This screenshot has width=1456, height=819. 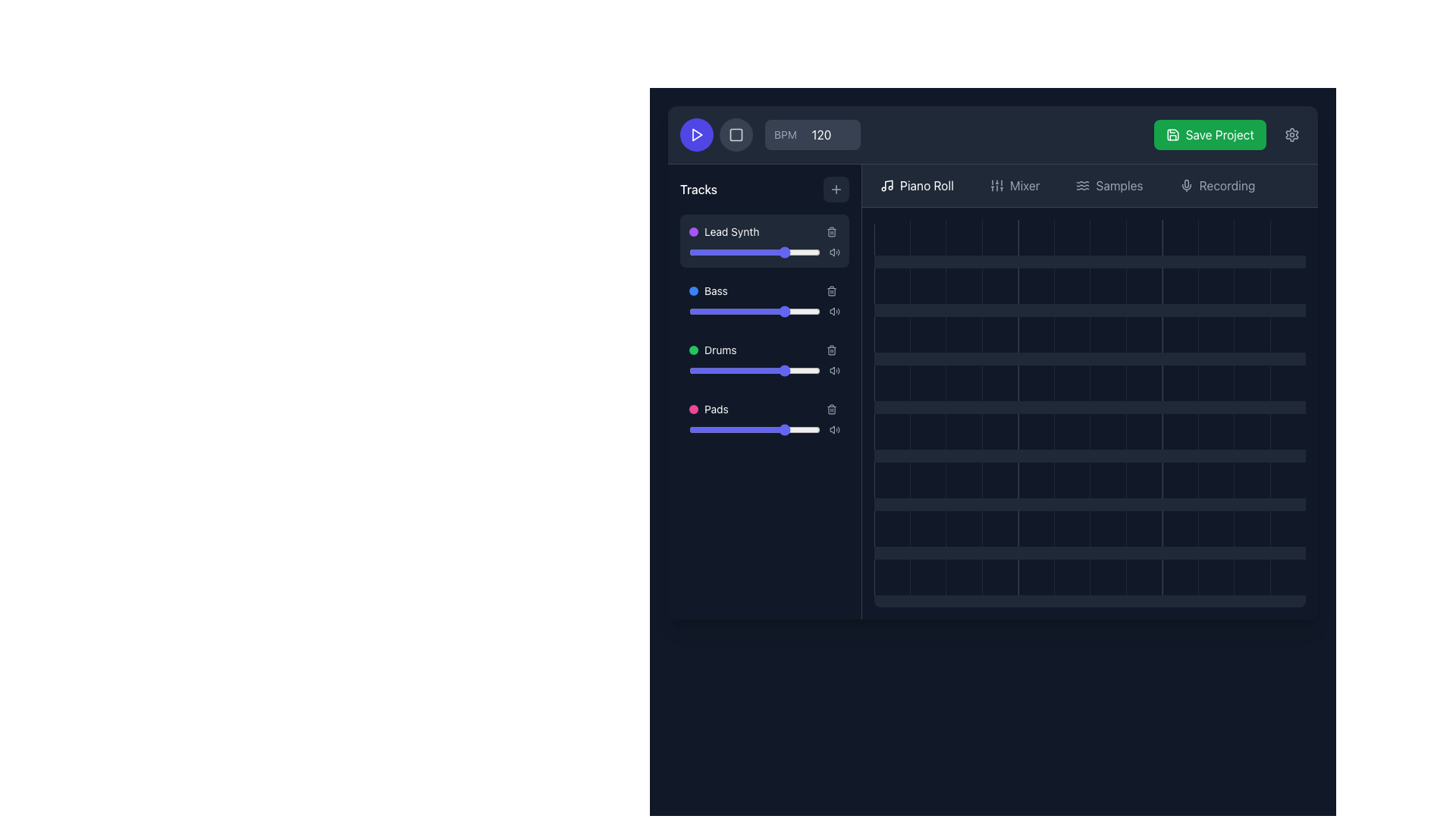 I want to click on the slider, so click(x=702, y=371).